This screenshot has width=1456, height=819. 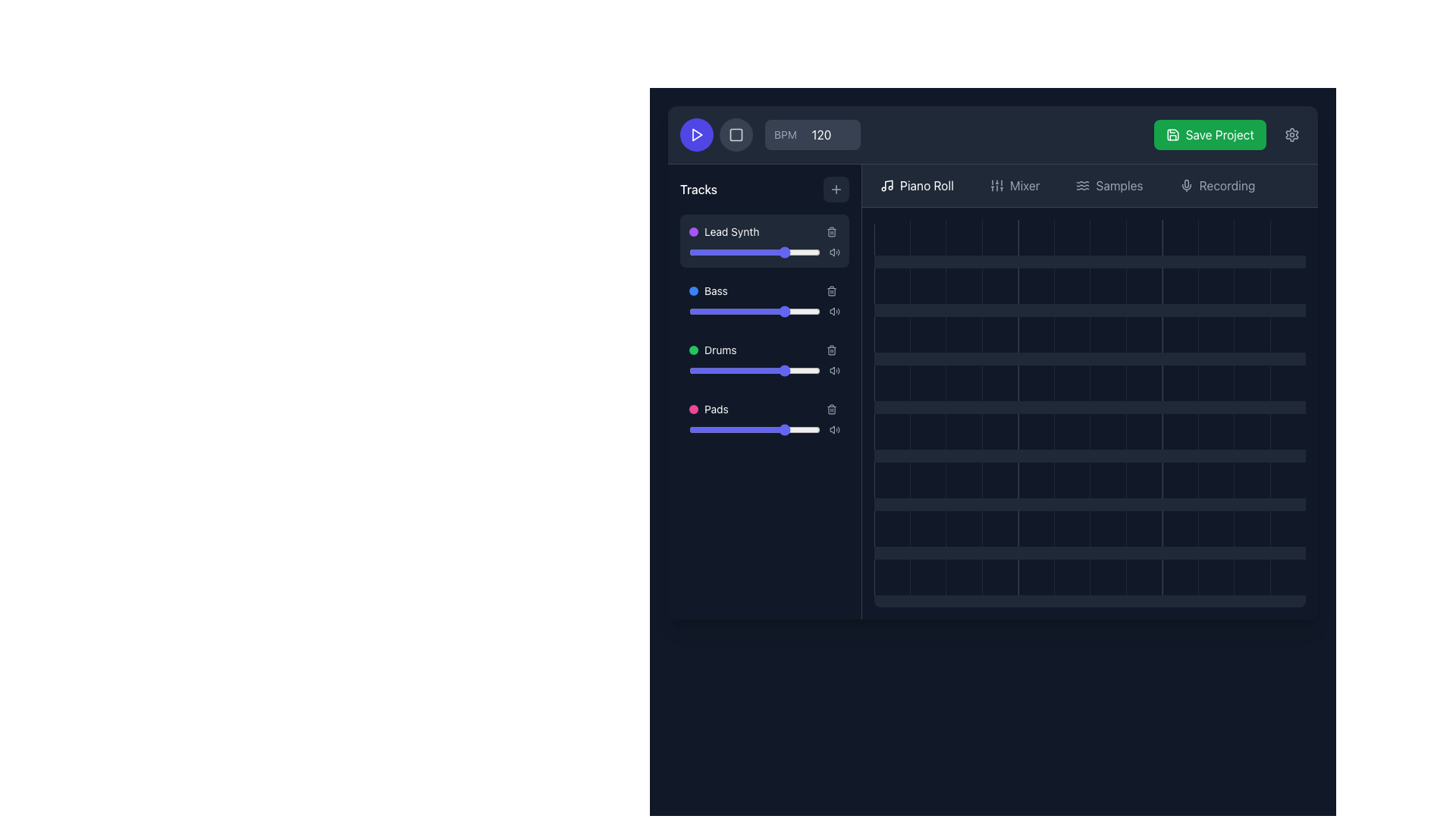 I want to click on the slider, so click(x=702, y=371).